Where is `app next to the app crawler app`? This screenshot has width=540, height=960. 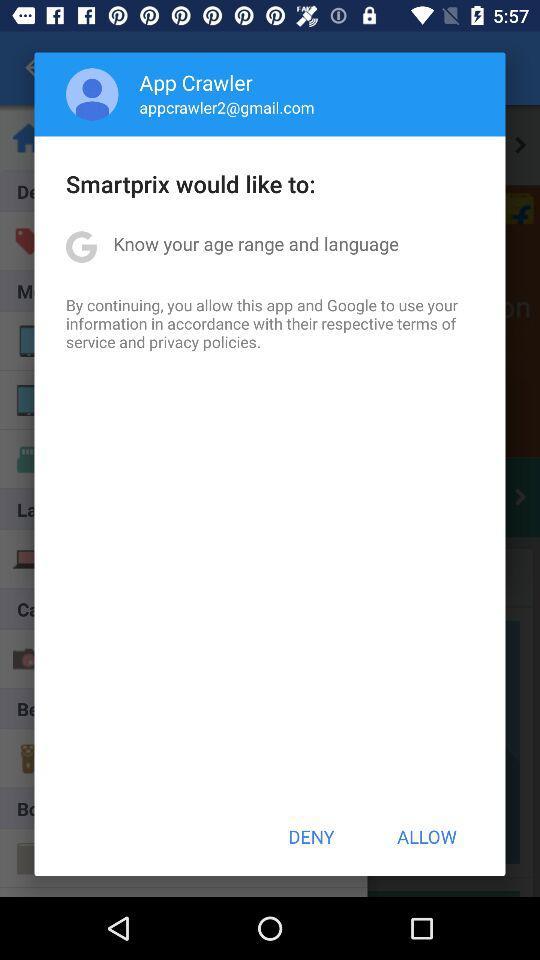 app next to the app crawler app is located at coordinates (91, 94).